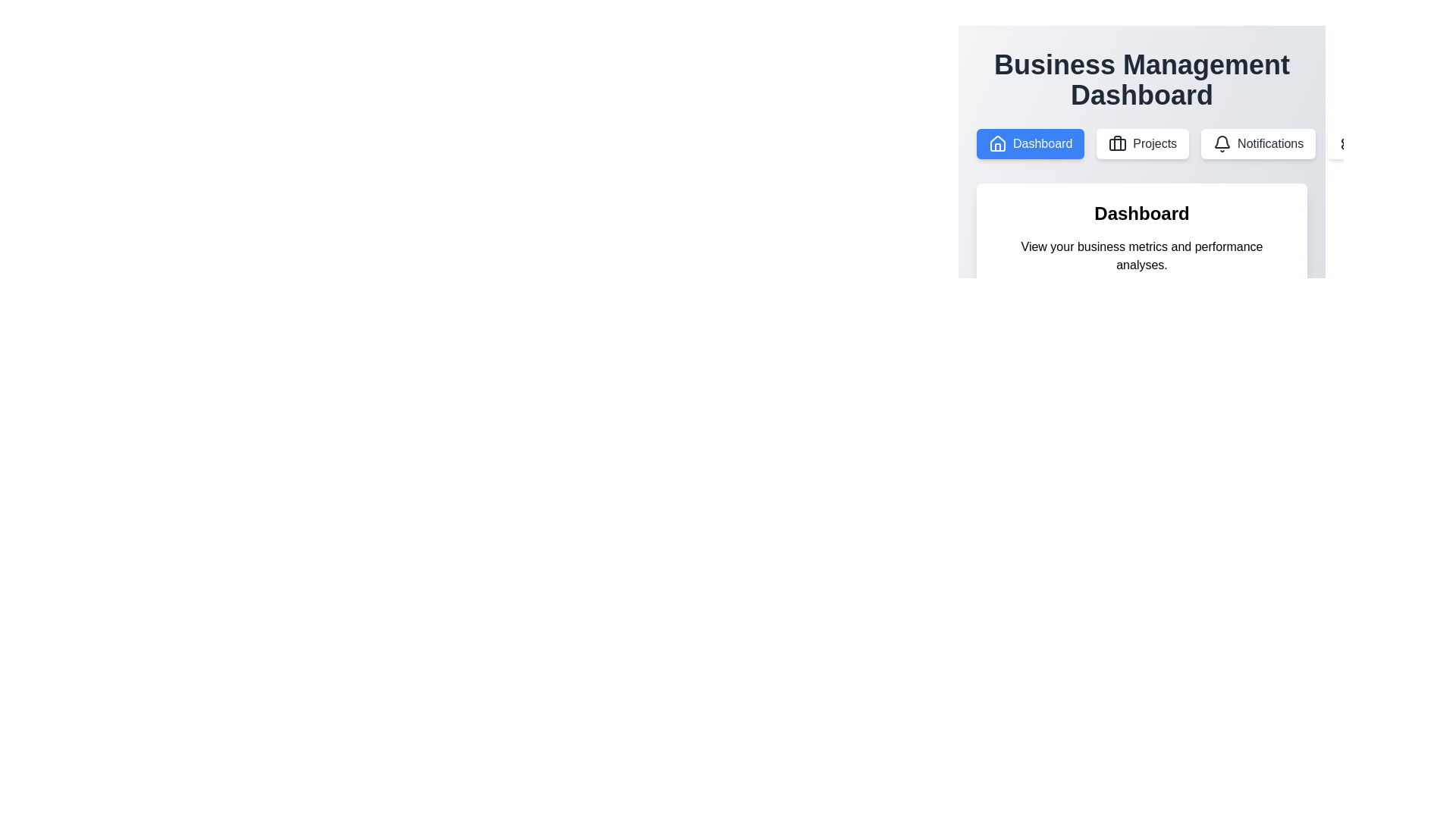 The height and width of the screenshot is (819, 1456). I want to click on the vertical line segment within the SVG that forms part of the briefcase-shaped icon, which is centrally aligned within the icon's design, so click(1118, 143).